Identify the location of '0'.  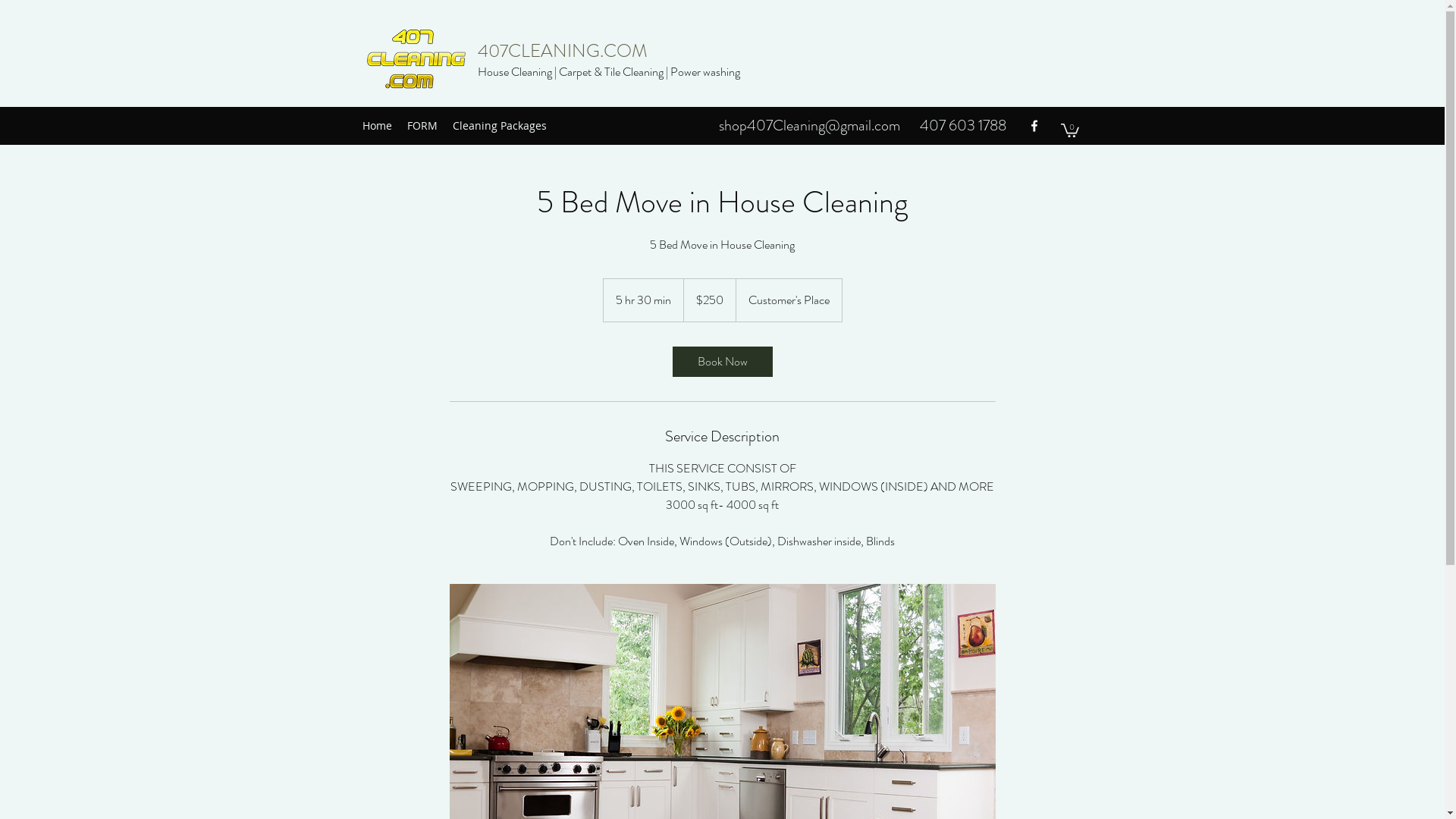
(1068, 128).